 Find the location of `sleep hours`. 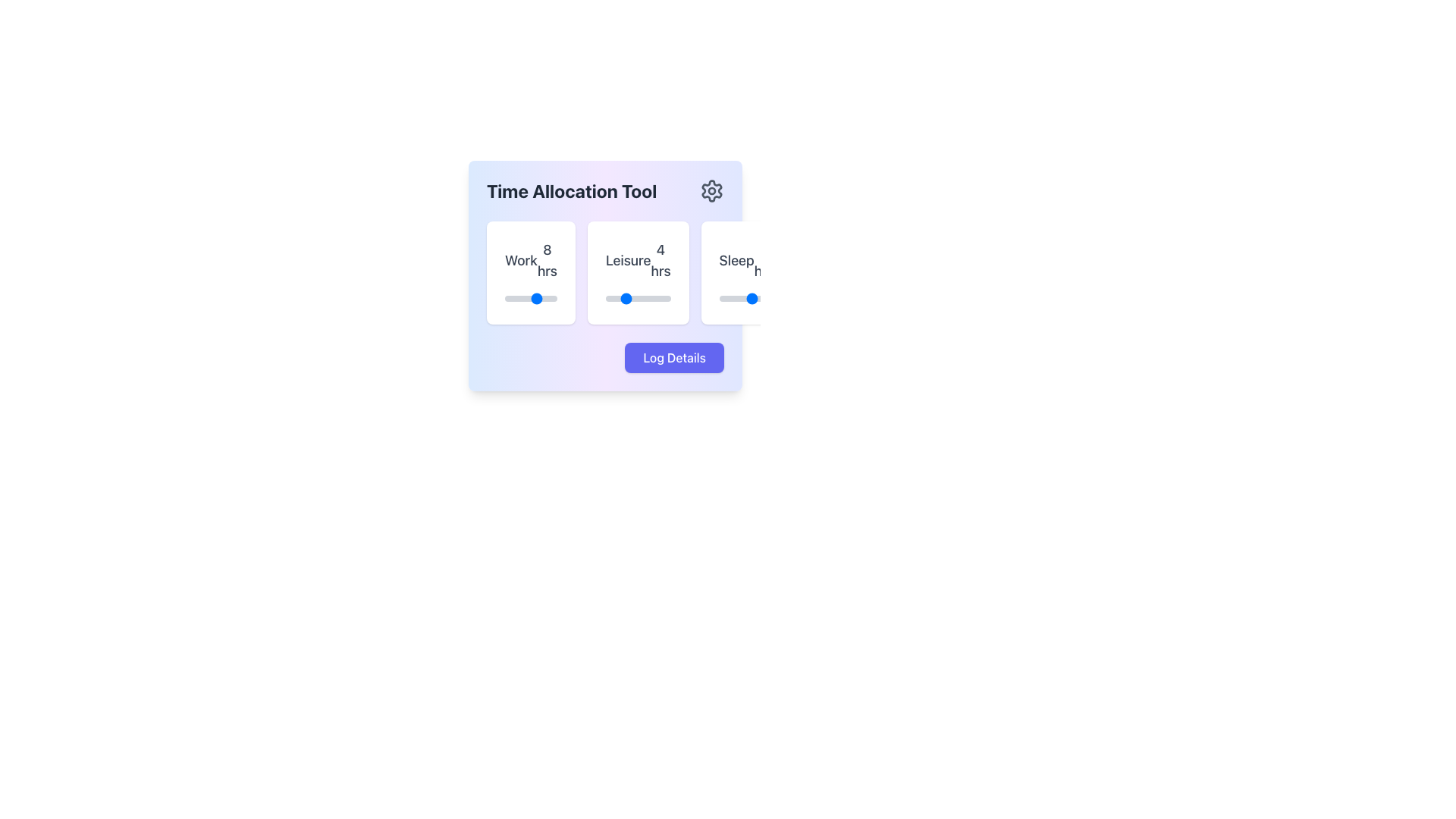

sleep hours is located at coordinates (764, 298).